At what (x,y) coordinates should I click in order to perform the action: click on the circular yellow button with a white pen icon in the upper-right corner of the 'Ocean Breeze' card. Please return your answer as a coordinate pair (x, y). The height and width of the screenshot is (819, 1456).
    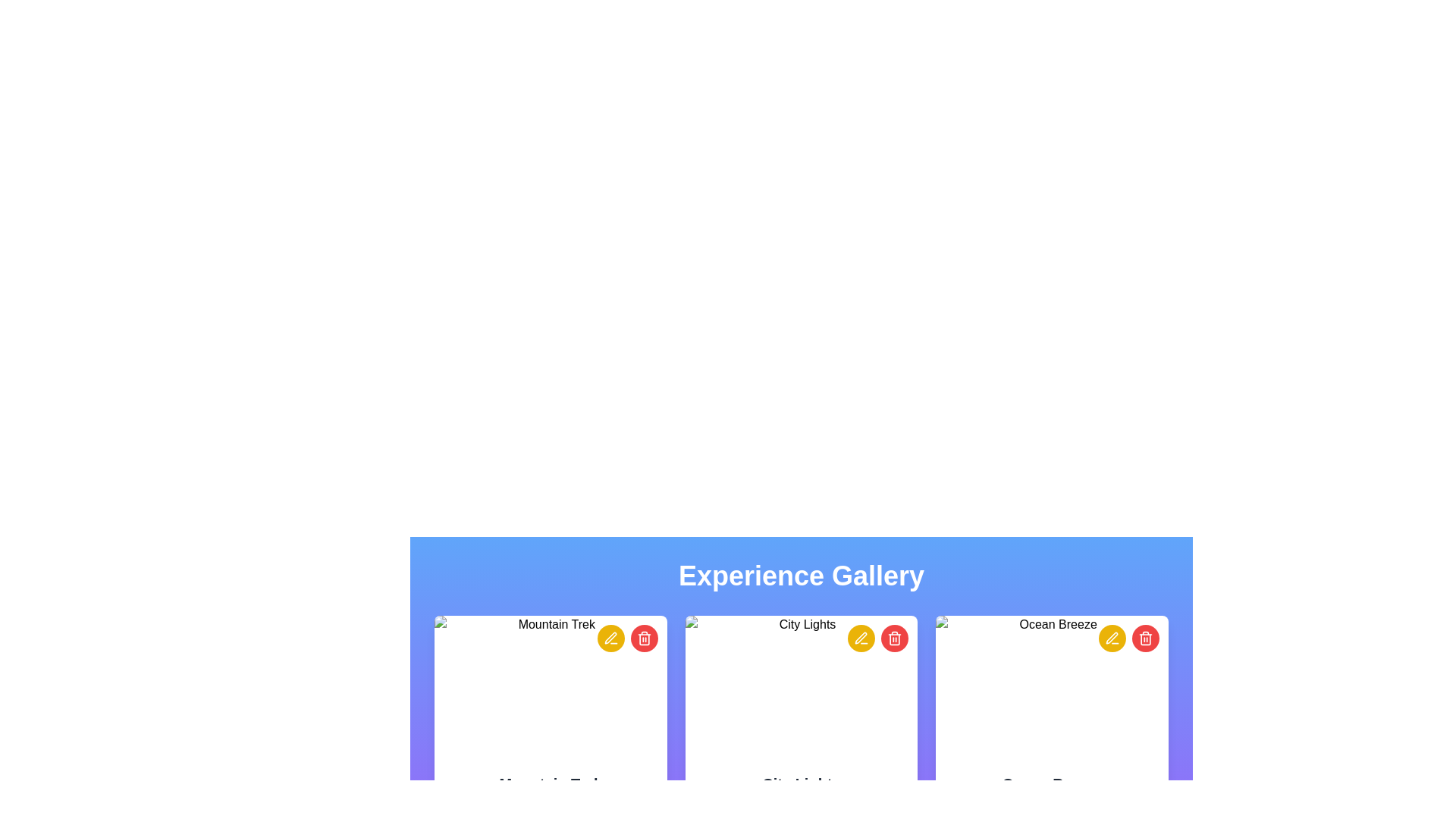
    Looking at the image, I should click on (1112, 638).